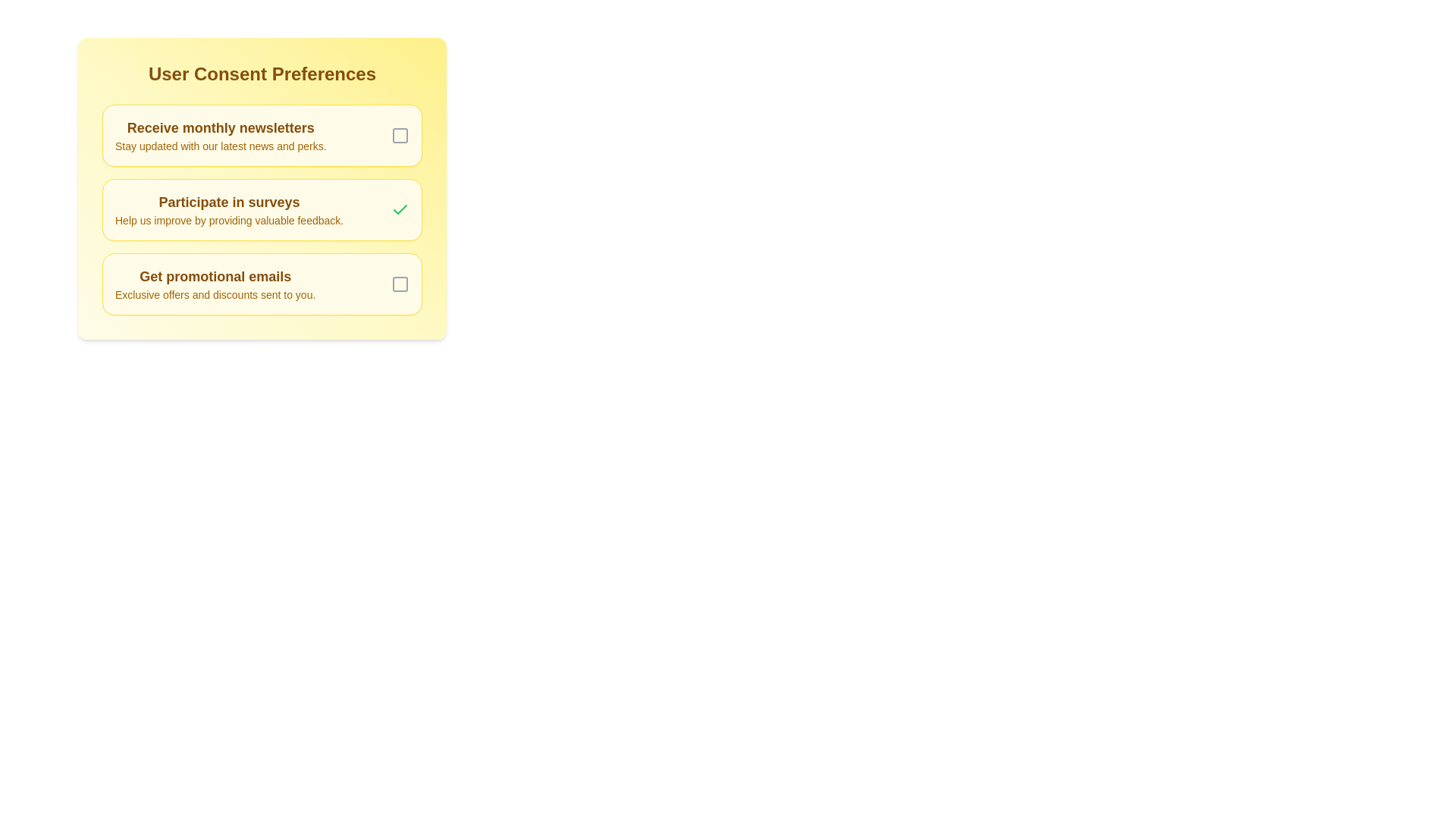 The image size is (1456, 819). What do you see at coordinates (400, 209) in the screenshot?
I see `the green checkmark icon in the 'Participate in surveys' section of the consent preferences component, which signifies a selection or confirmation` at bounding box center [400, 209].